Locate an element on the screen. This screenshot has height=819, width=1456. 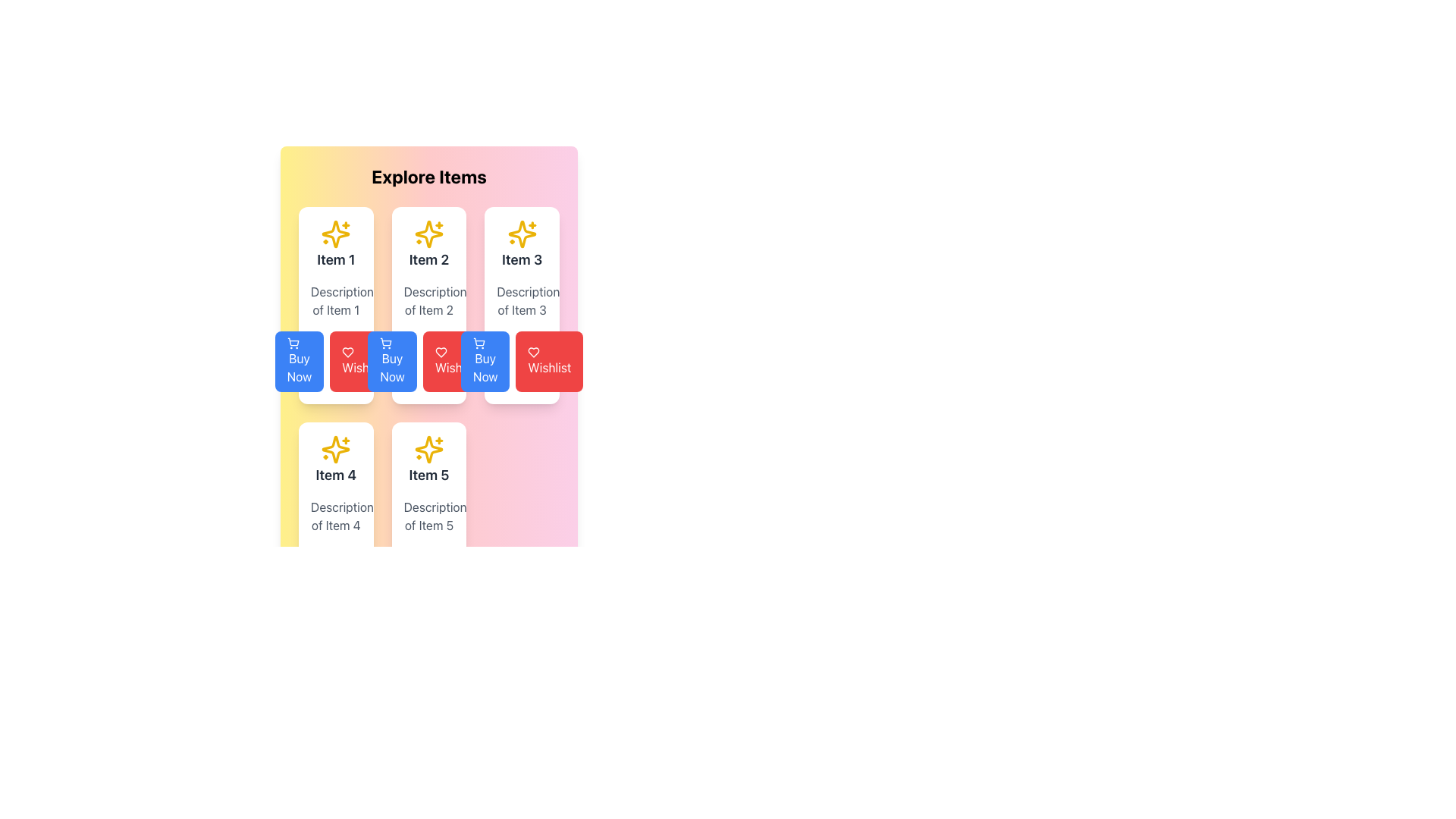
text label displaying the title 'Item 3' located in the top-right corner of the card in the Explore Items section, positioned below the spark icon and above the description text is located at coordinates (522, 244).